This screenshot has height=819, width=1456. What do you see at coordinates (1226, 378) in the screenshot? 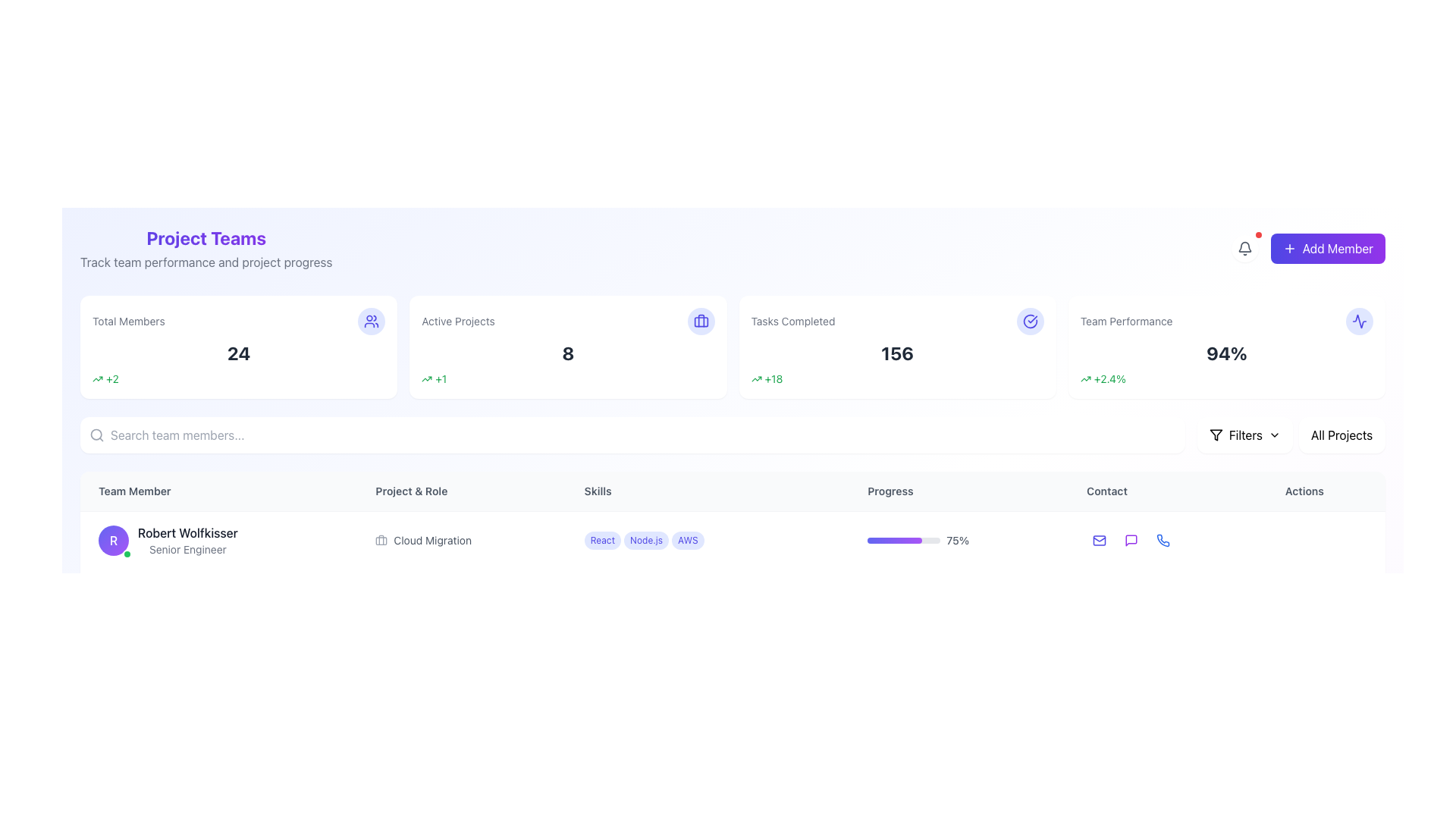
I see `the associated data for the Text with icon displaying a percentage change below '94%' in the 'Team Performance' card located at the top-right section of the interface` at bounding box center [1226, 378].